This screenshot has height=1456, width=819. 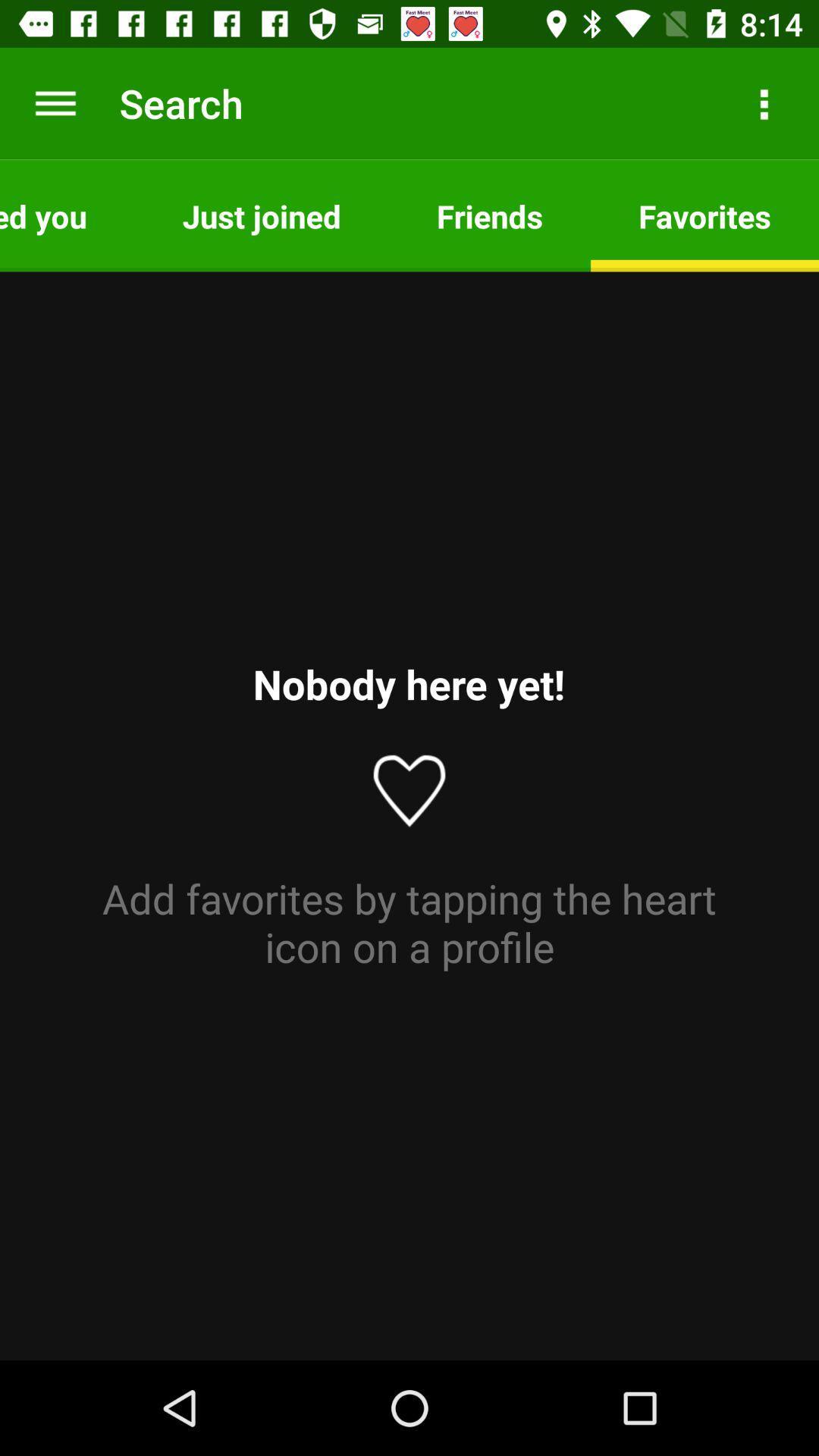 I want to click on the icon to the left of the search item, so click(x=55, y=102).